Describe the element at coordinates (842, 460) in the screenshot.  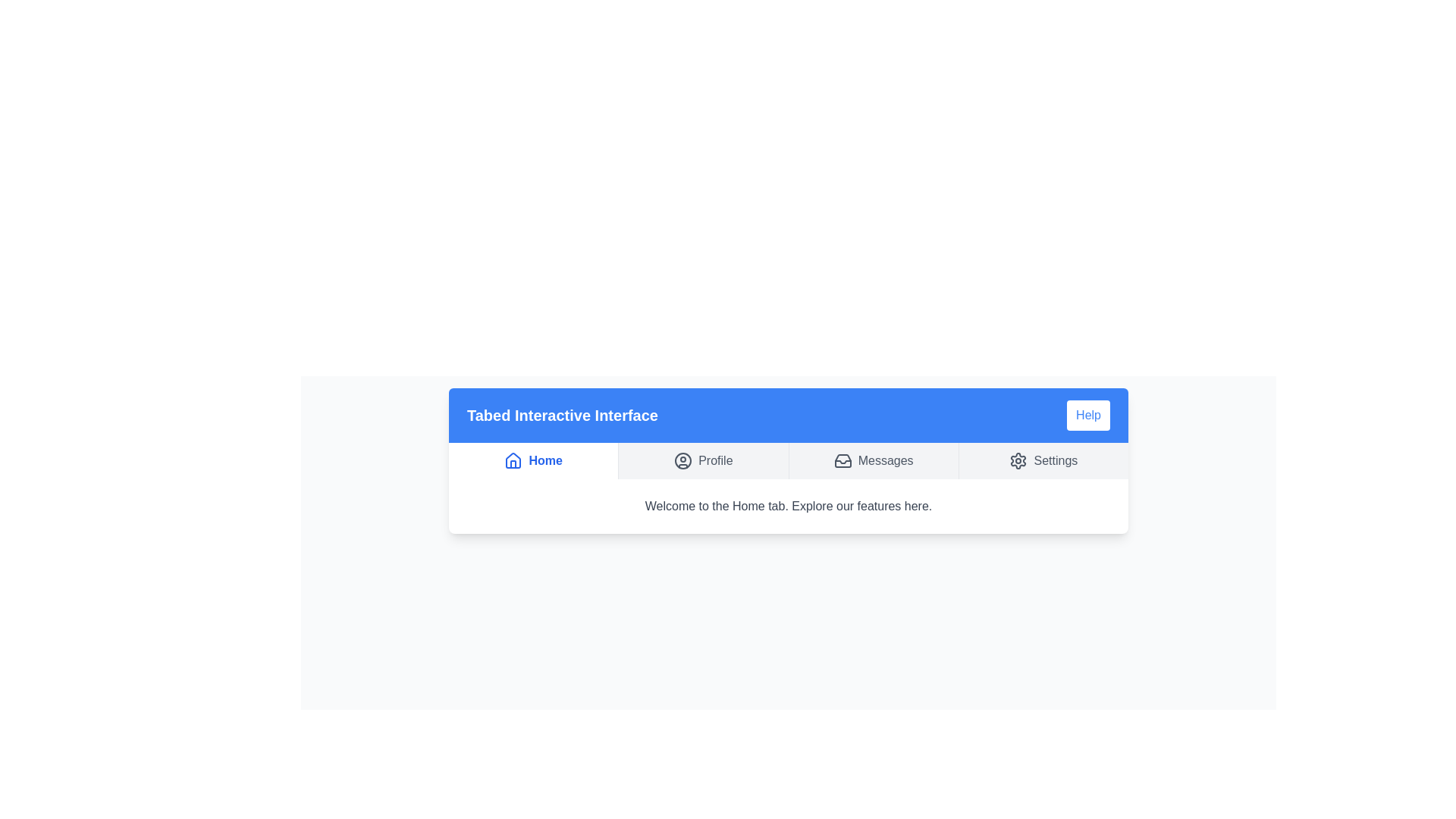
I see `the 'Messages' icon button in the navigation bar` at that location.